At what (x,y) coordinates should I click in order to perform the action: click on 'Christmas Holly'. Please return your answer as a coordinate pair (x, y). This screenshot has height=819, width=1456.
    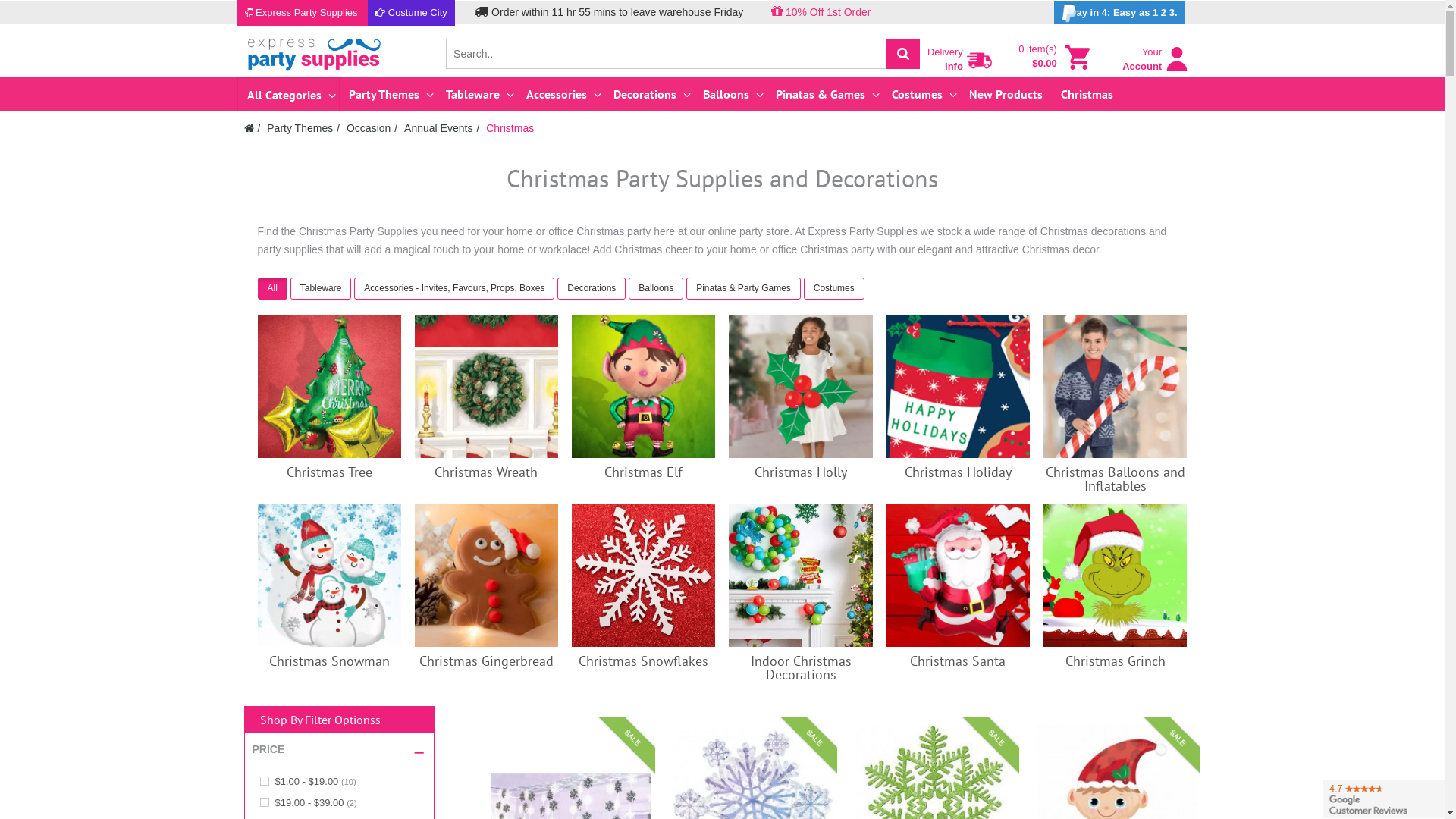
    Looking at the image, I should click on (800, 471).